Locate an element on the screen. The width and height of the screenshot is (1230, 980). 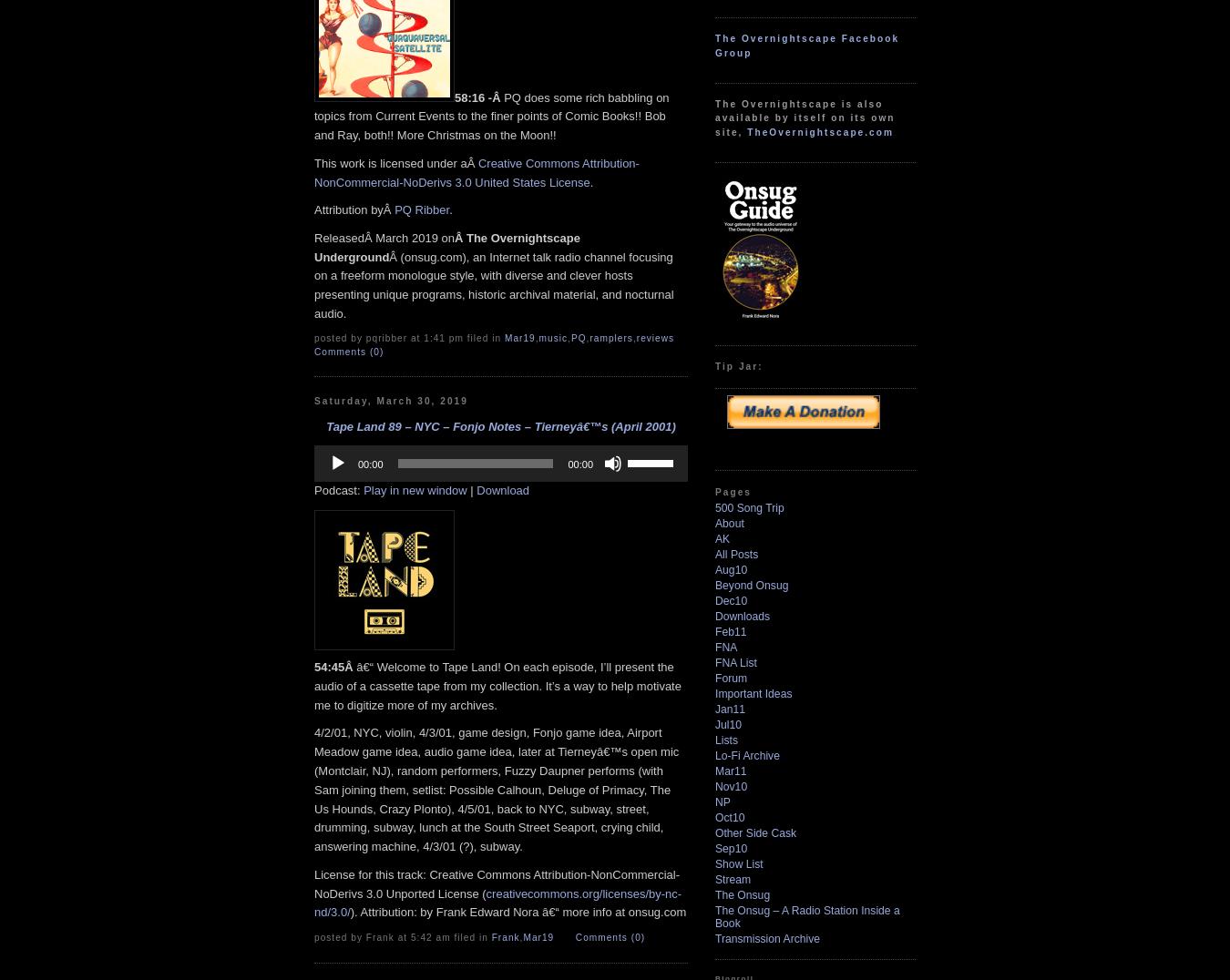
'The Onsug' is located at coordinates (742, 895).